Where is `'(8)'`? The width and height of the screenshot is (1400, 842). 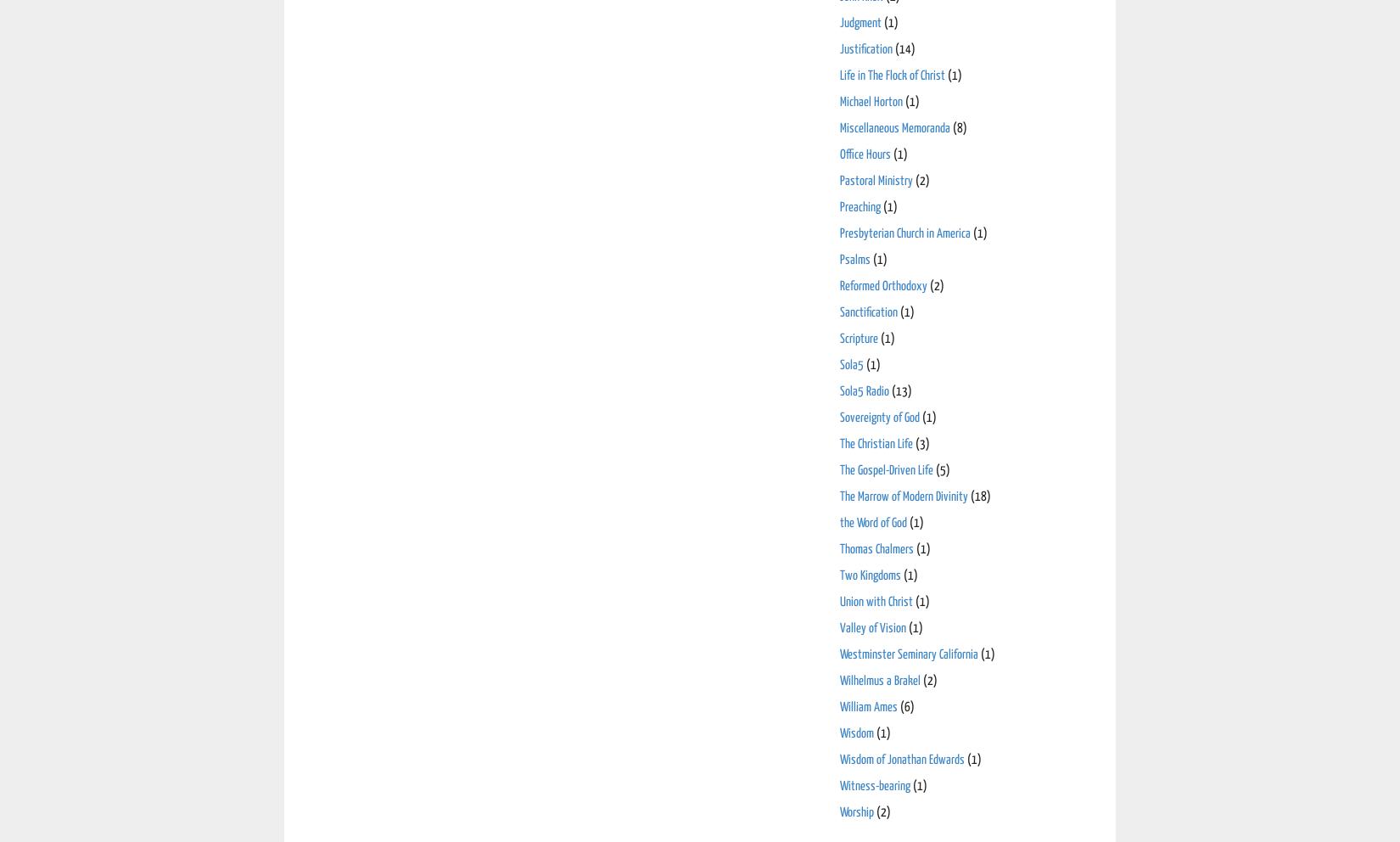
'(8)' is located at coordinates (960, 127).